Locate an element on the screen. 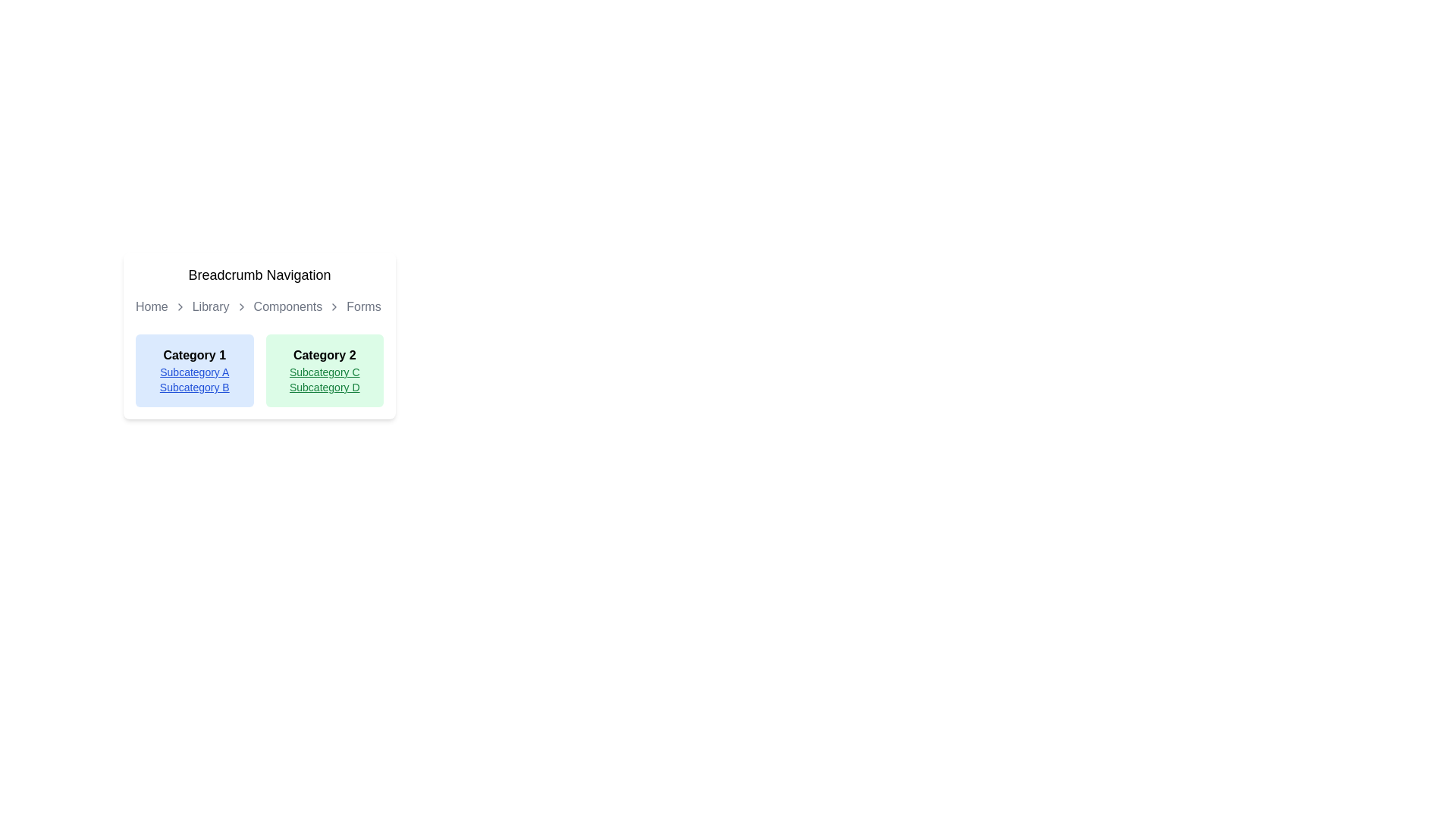 The width and height of the screenshot is (1456, 819). the 'Components' text label in the breadcrumb navigation bar is located at coordinates (287, 307).